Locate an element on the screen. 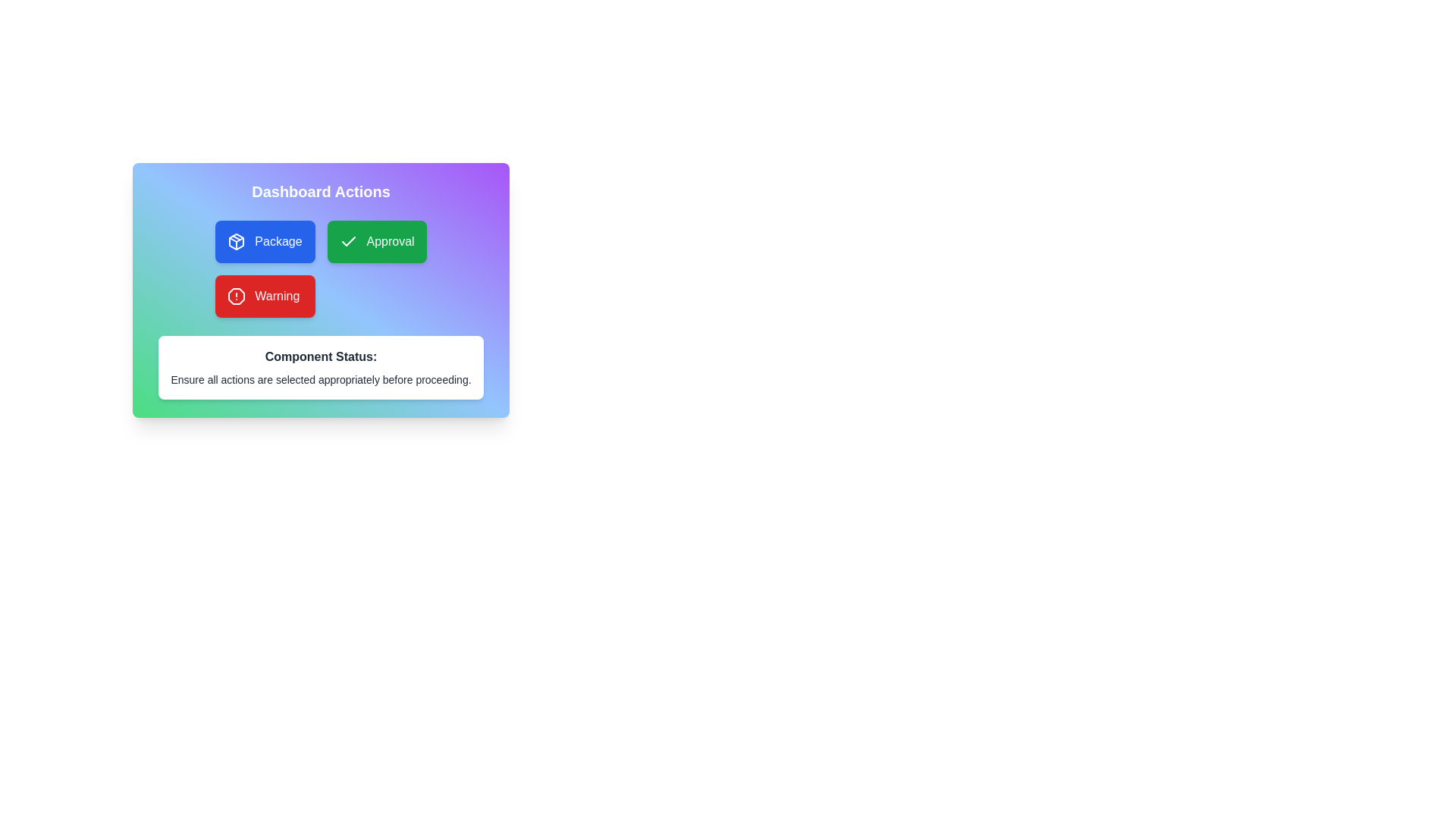 Image resolution: width=1456 pixels, height=819 pixels. the Static Informational Text Block that displays status messages or instructions, located below the interactive buttons labeled 'Package', 'Approval', and 'Warning' is located at coordinates (320, 368).